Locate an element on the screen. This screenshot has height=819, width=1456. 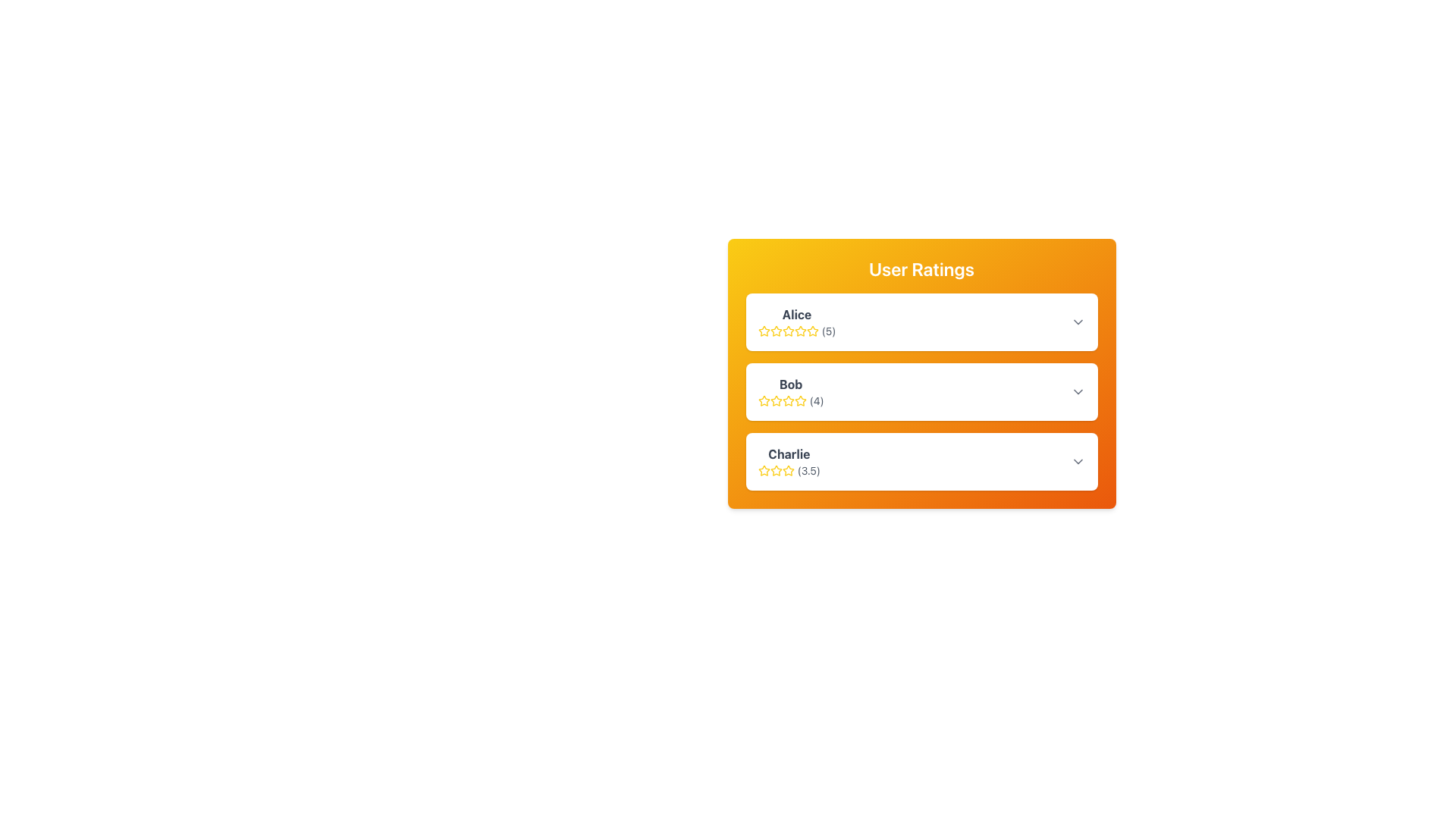
the second star in the Star rating icon within the 'Bob' section of the 'User Ratings' card to adjust the rating is located at coordinates (764, 400).